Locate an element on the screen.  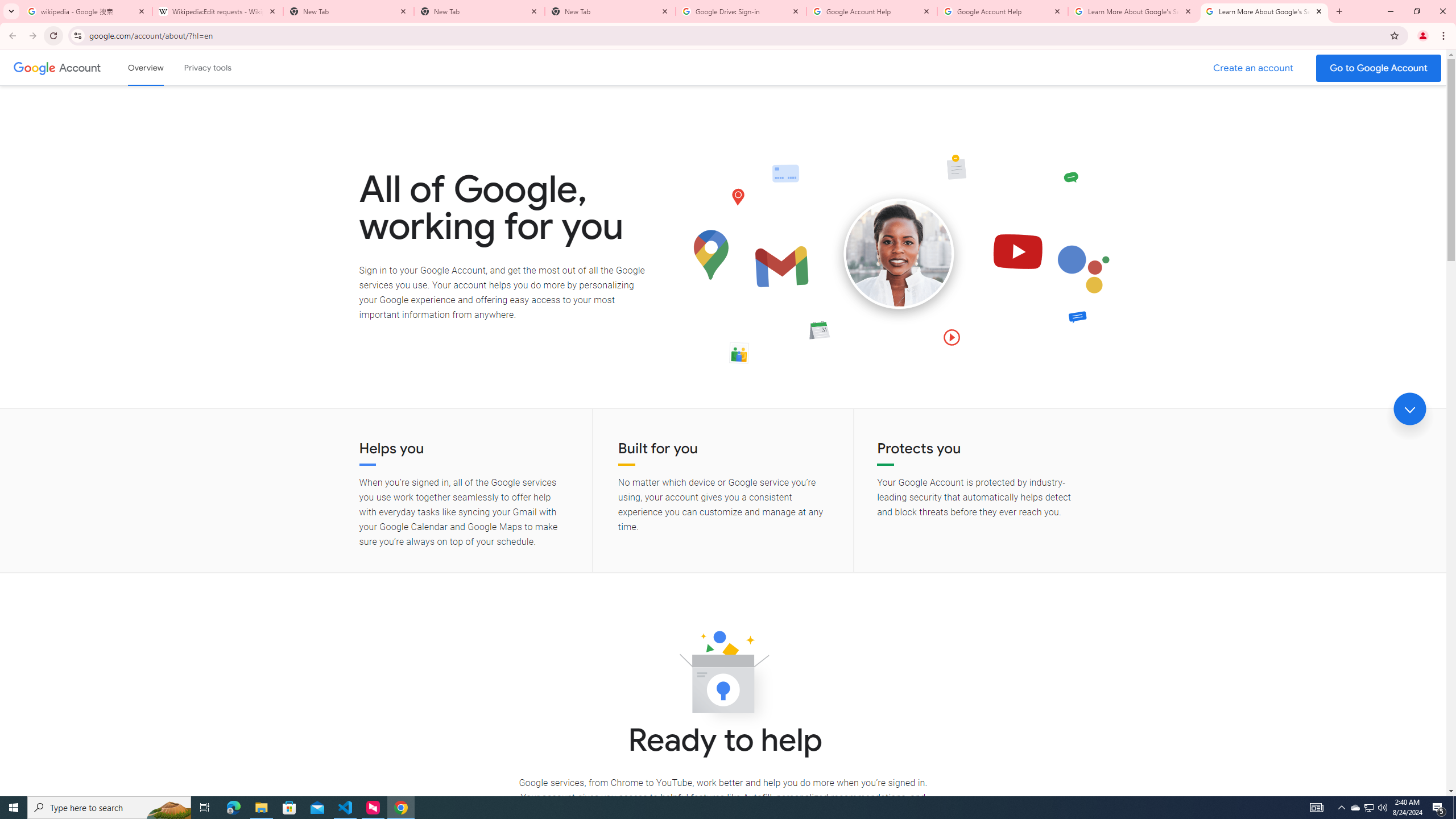
'Create a Google Account' is located at coordinates (1254, 68).